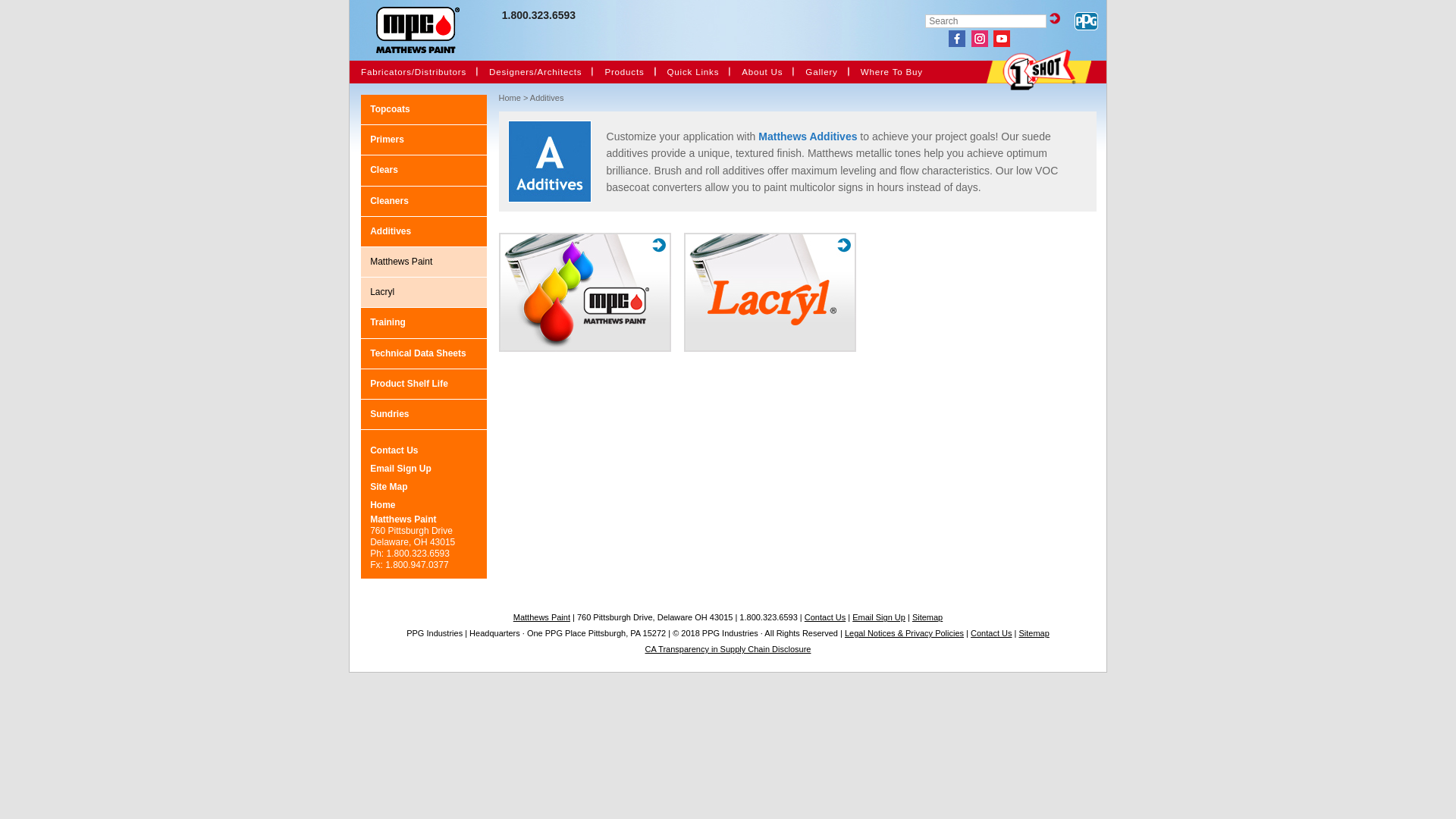 This screenshot has height=819, width=1456. Describe the element at coordinates (535, 72) in the screenshot. I see `'Designers/Architects'` at that location.